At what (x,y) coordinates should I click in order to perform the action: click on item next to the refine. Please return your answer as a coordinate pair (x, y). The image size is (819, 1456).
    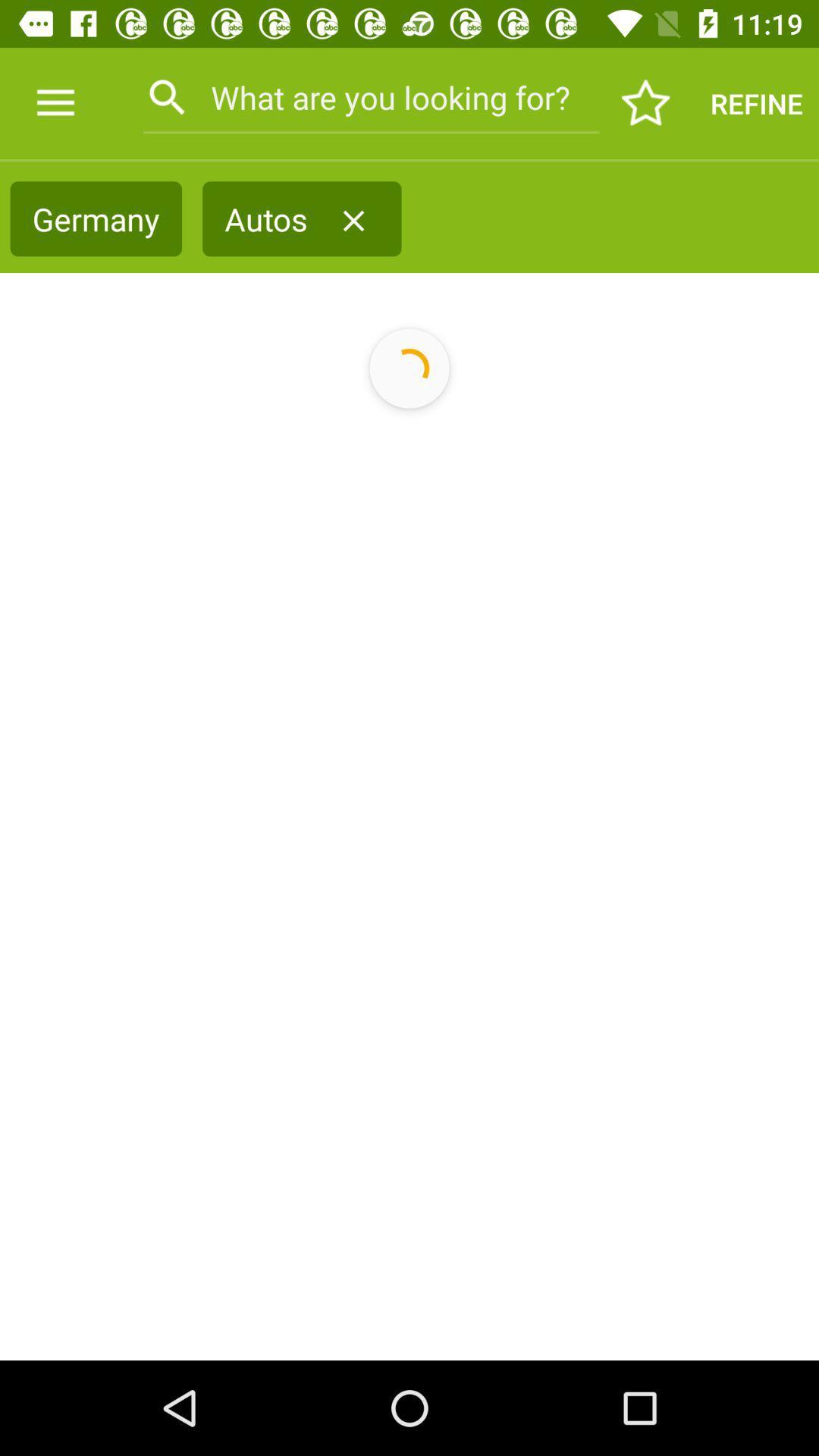
    Looking at the image, I should click on (646, 102).